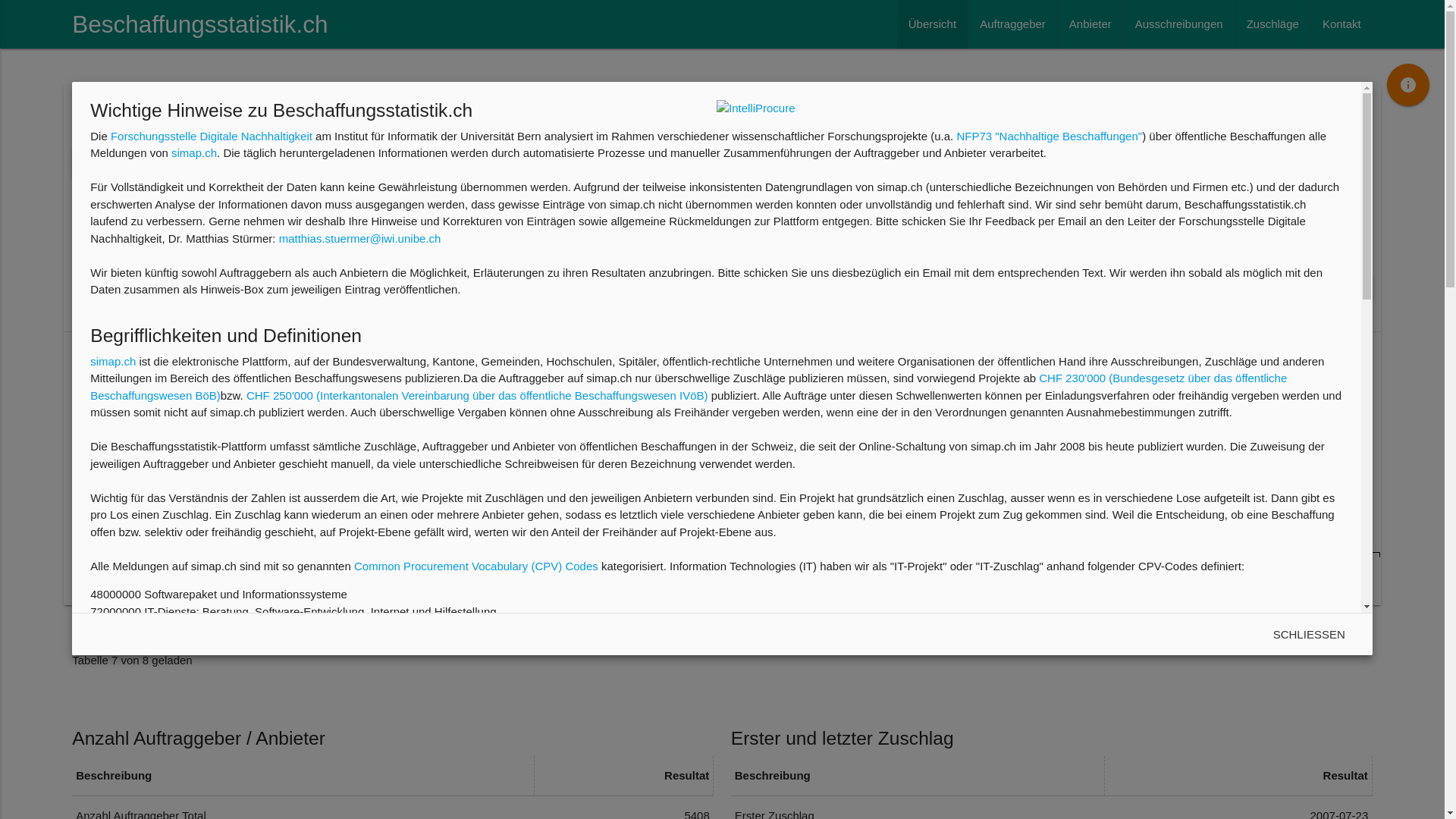 The width and height of the screenshot is (1456, 819). What do you see at coordinates (193, 152) in the screenshot?
I see `'simap.ch'` at bounding box center [193, 152].